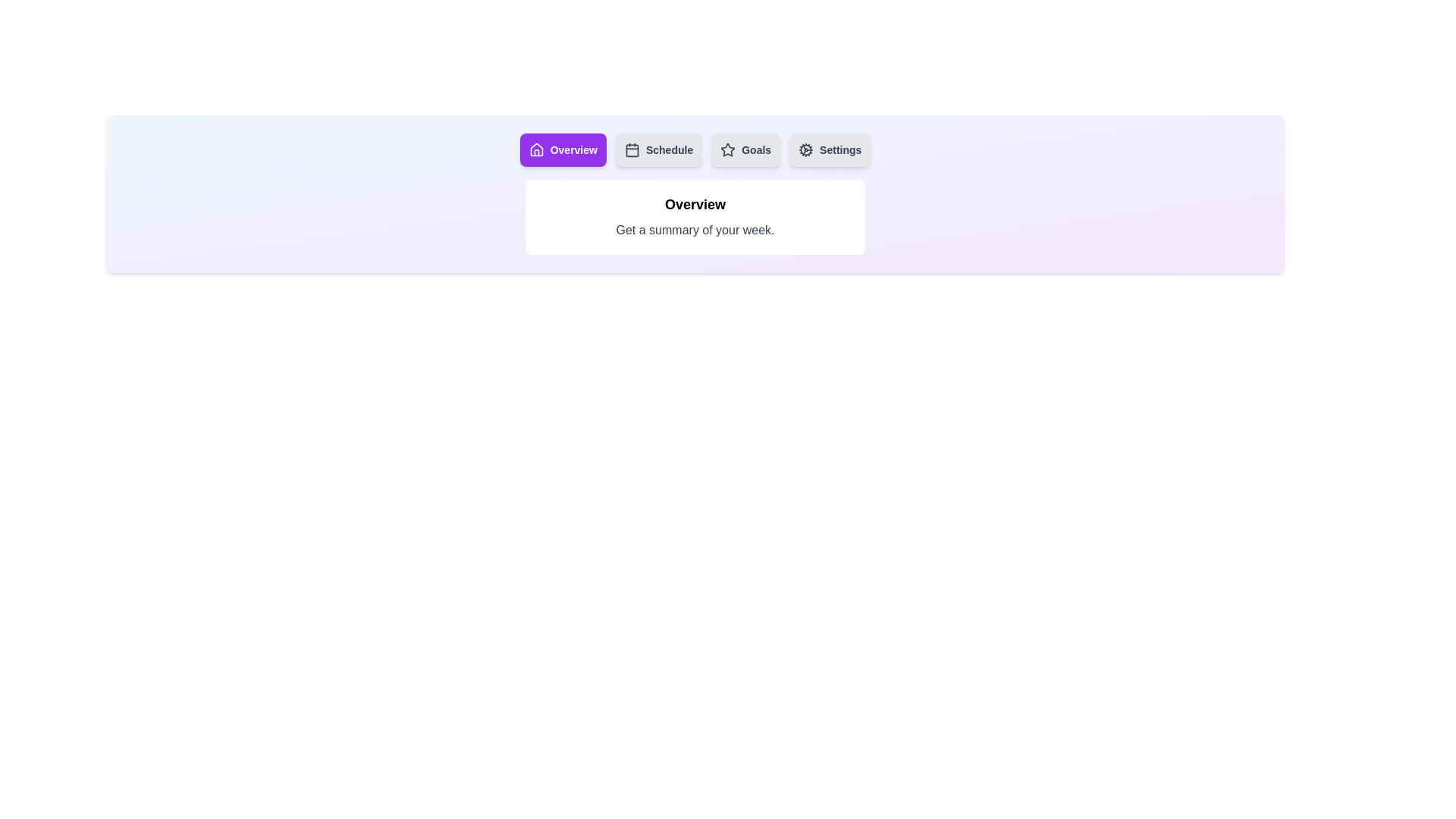  Describe the element at coordinates (658, 149) in the screenshot. I see `the Schedule button to observe its hover effect` at that location.